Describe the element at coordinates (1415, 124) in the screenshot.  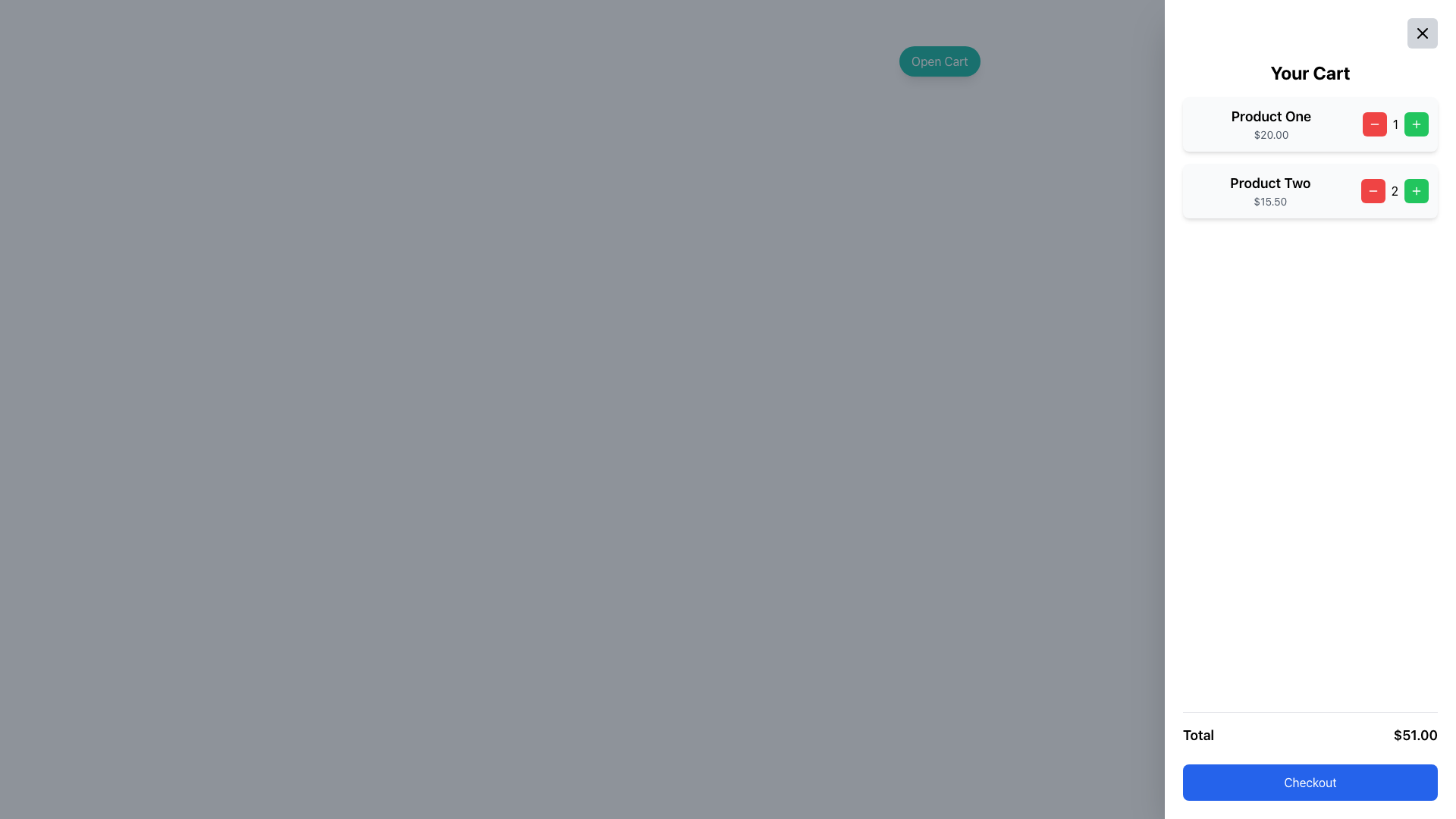
I see `the button that increments the quantity of 'Product One' in the cart to increase its numeric value` at that location.